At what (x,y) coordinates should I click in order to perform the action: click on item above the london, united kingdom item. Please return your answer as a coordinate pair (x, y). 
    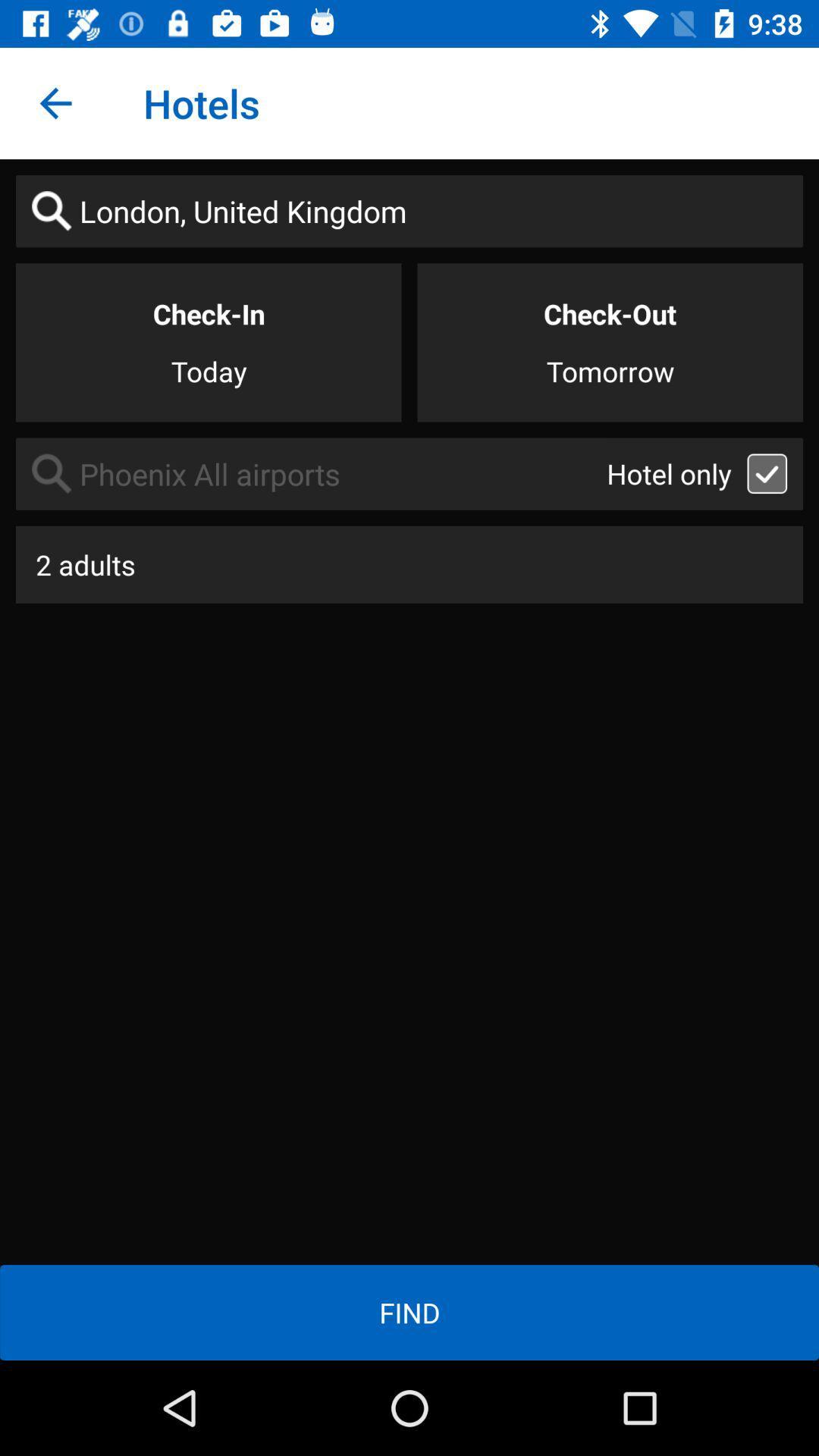
    Looking at the image, I should click on (55, 102).